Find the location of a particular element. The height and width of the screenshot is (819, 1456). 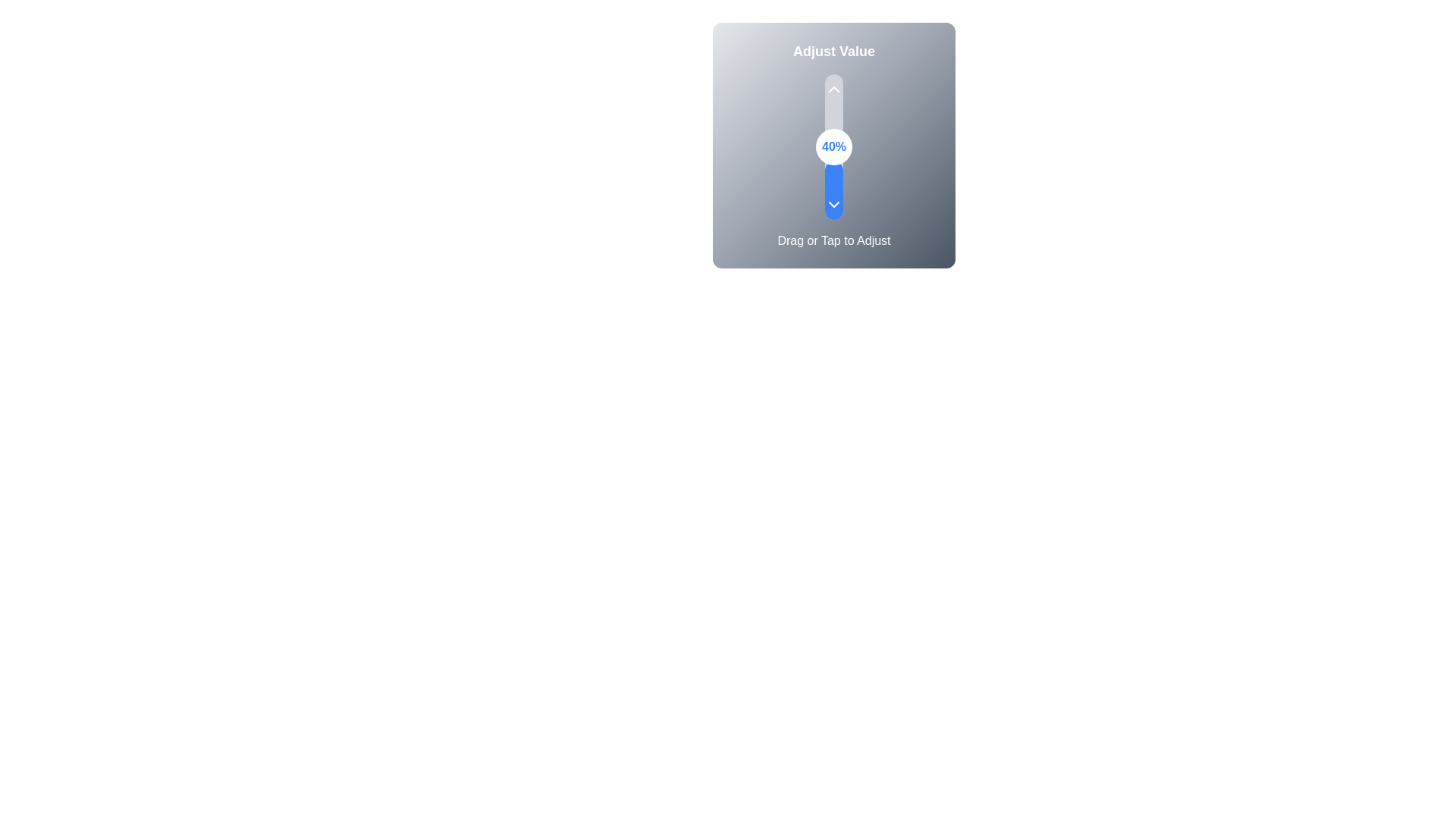

the slider value is located at coordinates (833, 108).